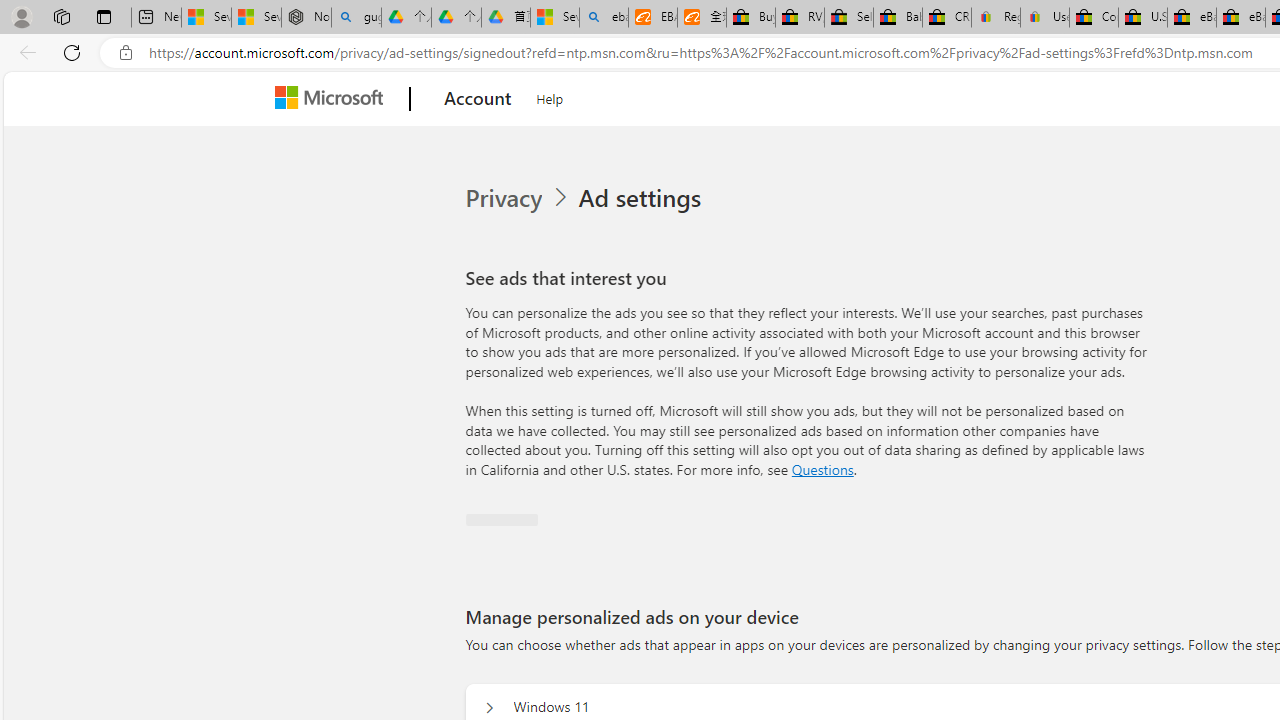  What do you see at coordinates (1092, 17) in the screenshot?
I see `'Consumer Health Data Privacy Policy - eBay Inc.'` at bounding box center [1092, 17].